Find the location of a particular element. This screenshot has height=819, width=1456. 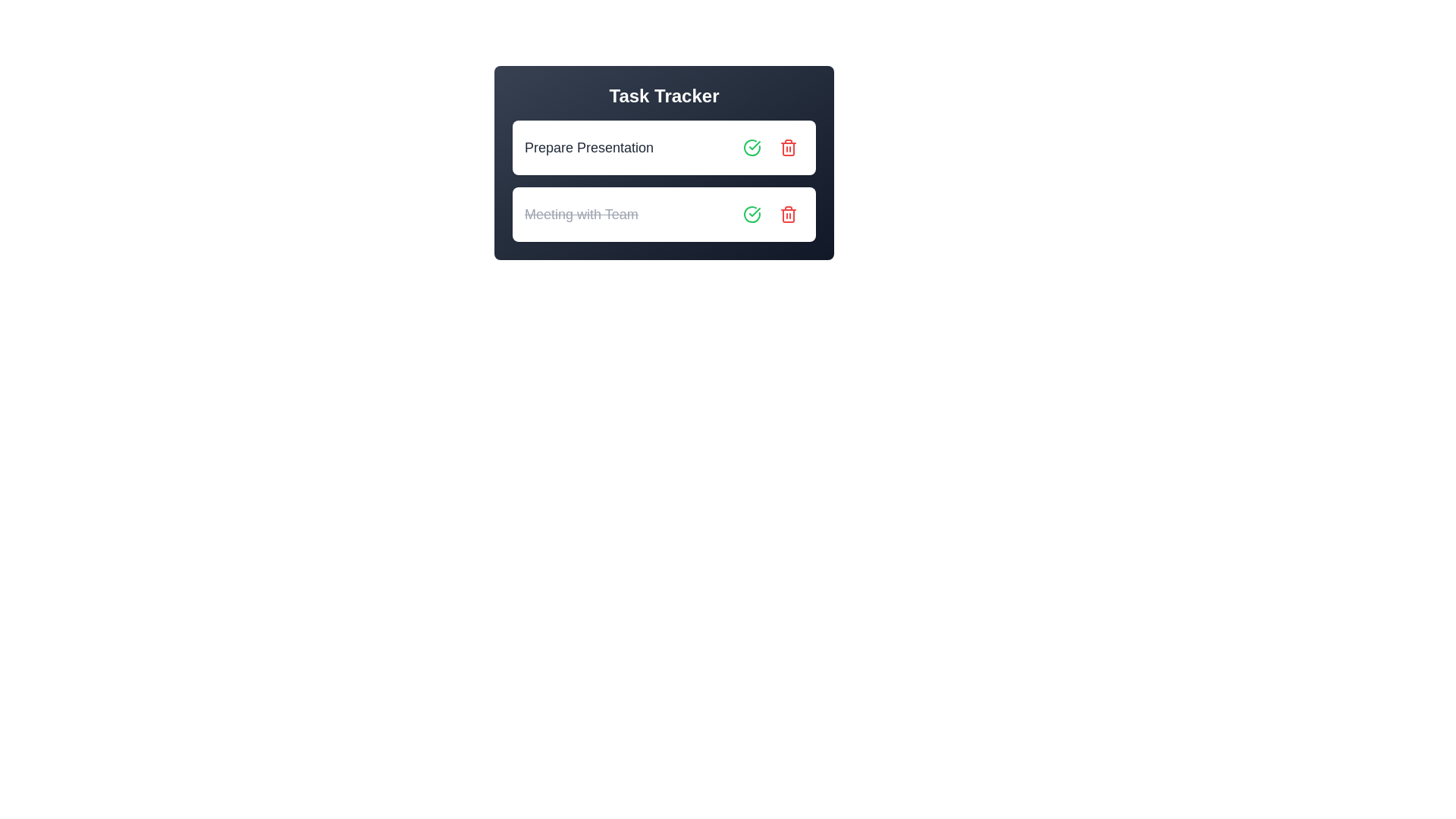

the green circular icon with a checkmark, which indicates a completed state, located to the right of the 'Prepare Presentation' text is located at coordinates (752, 148).